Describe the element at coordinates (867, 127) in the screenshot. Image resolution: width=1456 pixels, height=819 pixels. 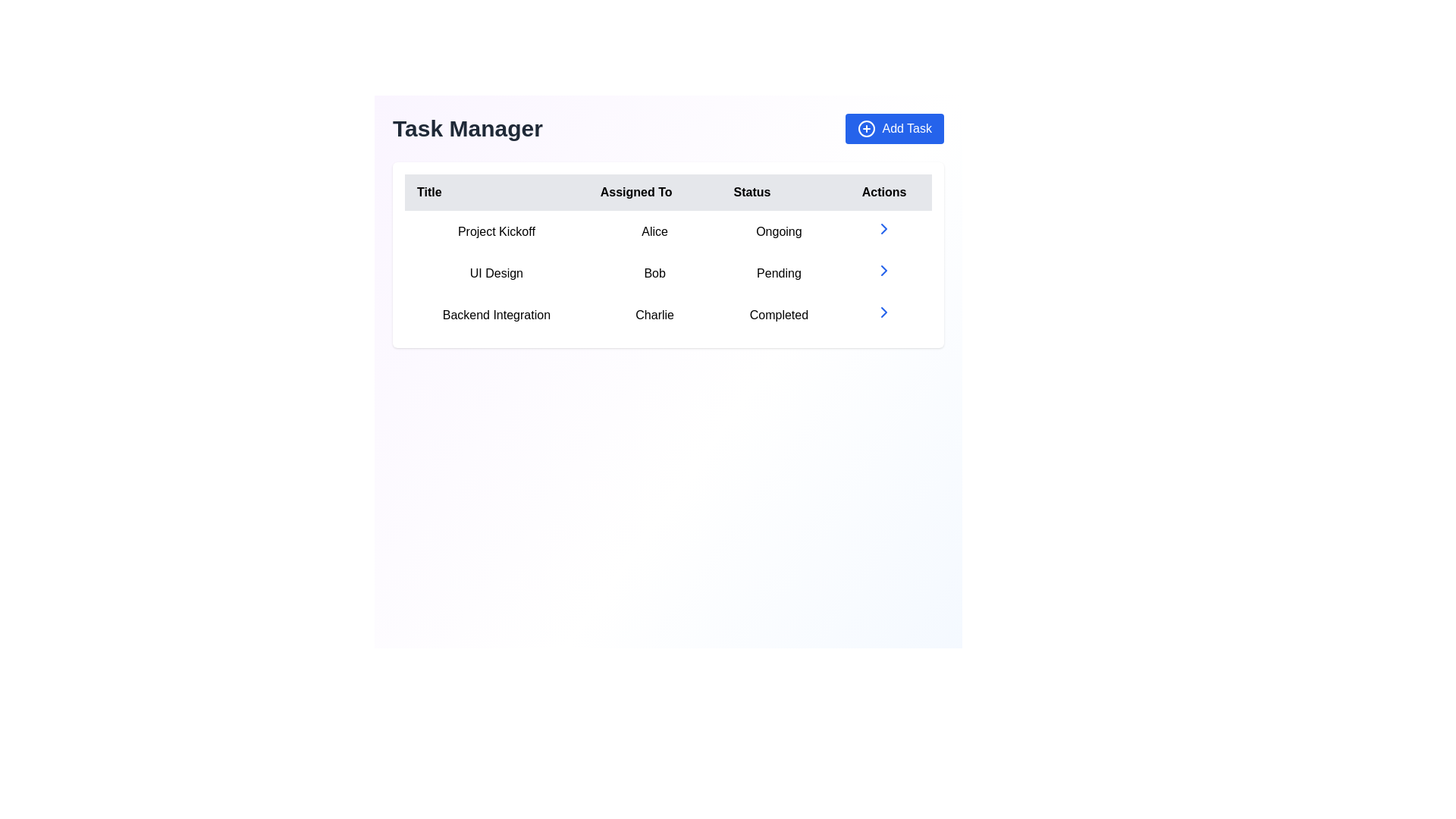
I see `the circular plus icon within the 'Add Task' button located at the top-right corner of the interface` at that location.